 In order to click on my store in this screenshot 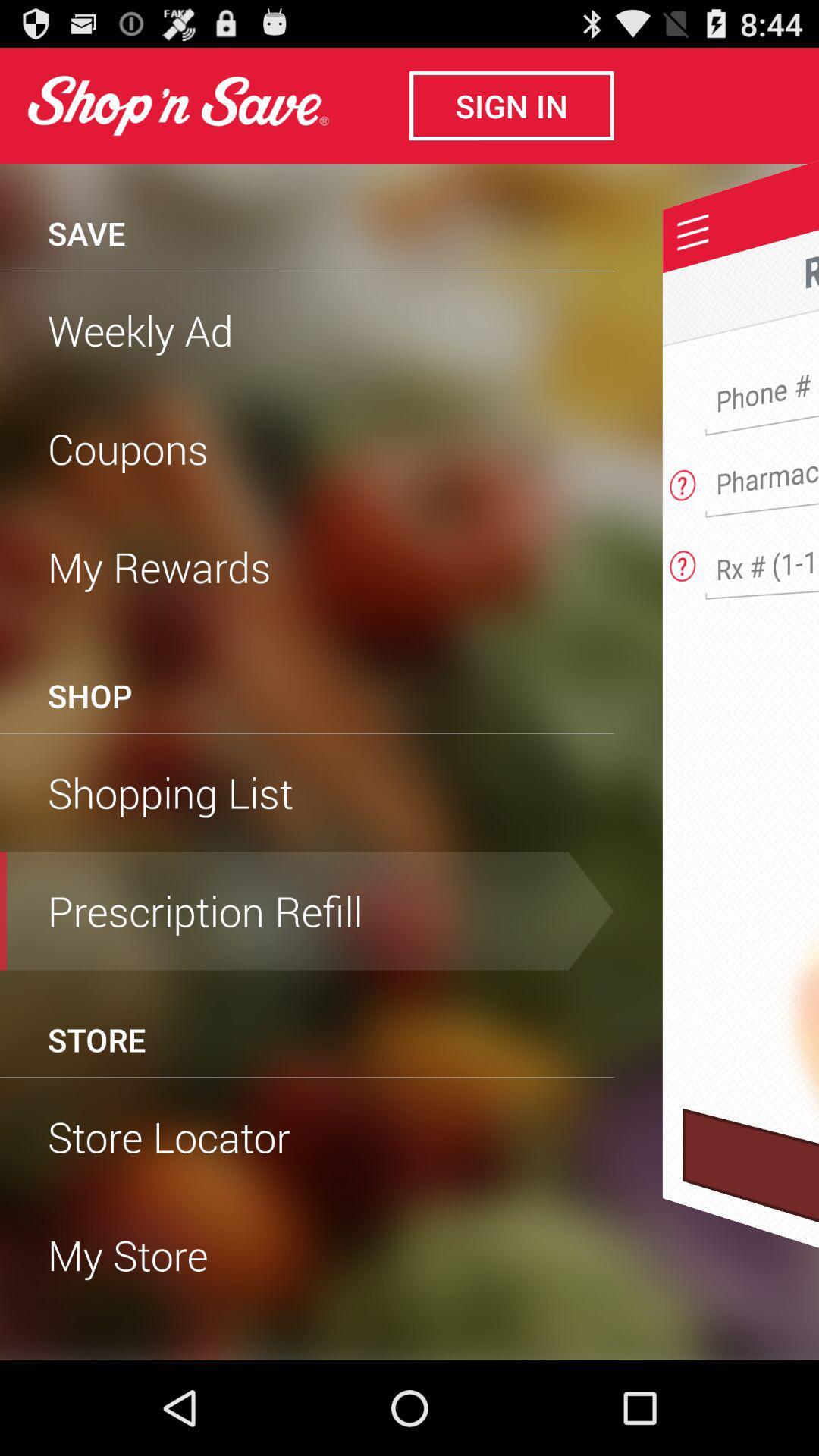, I will do `click(307, 1255)`.